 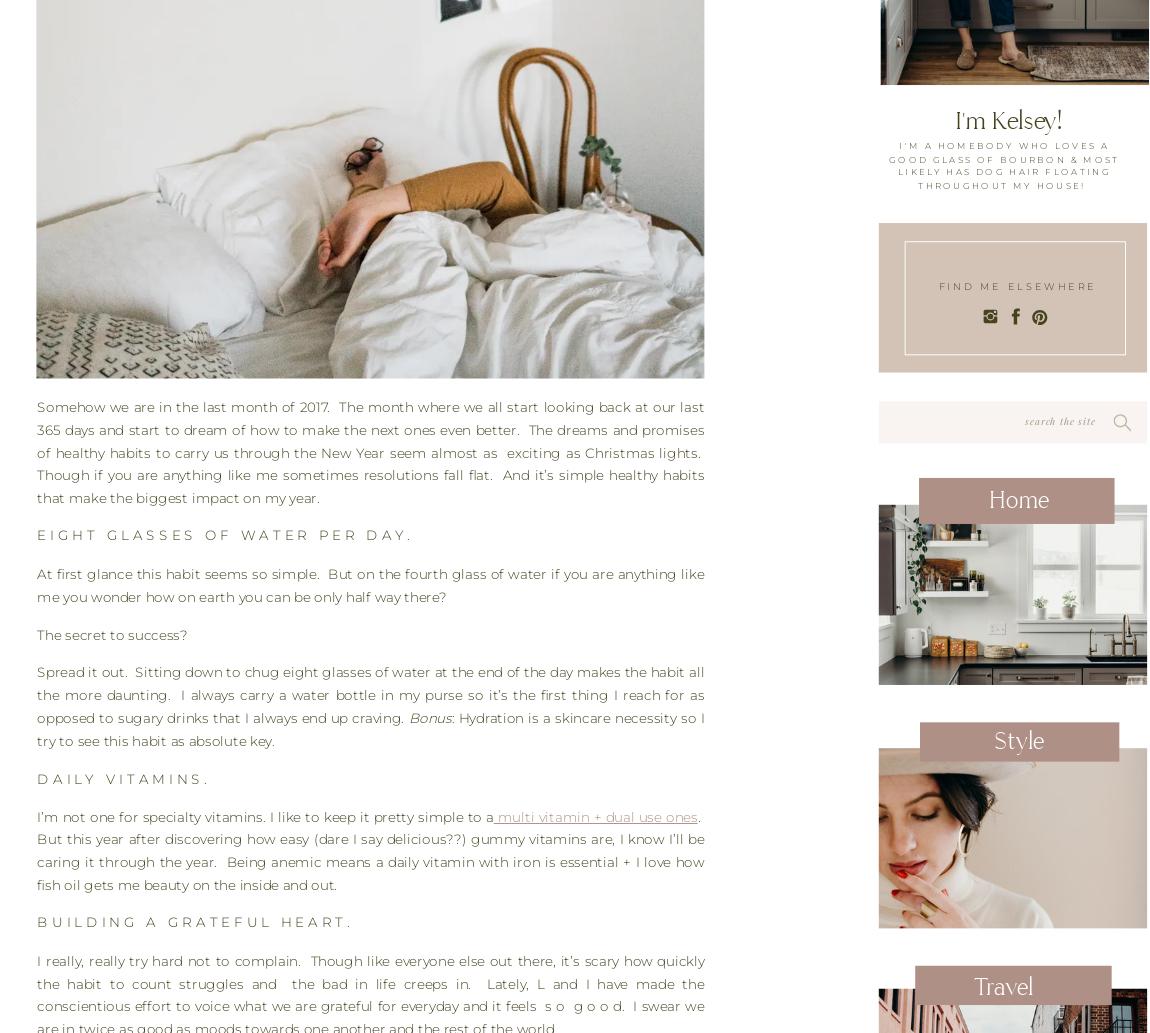 I want to click on 'I’m not one for specialty vitamins. I like to keep it pretty simple to a', so click(x=263, y=816).